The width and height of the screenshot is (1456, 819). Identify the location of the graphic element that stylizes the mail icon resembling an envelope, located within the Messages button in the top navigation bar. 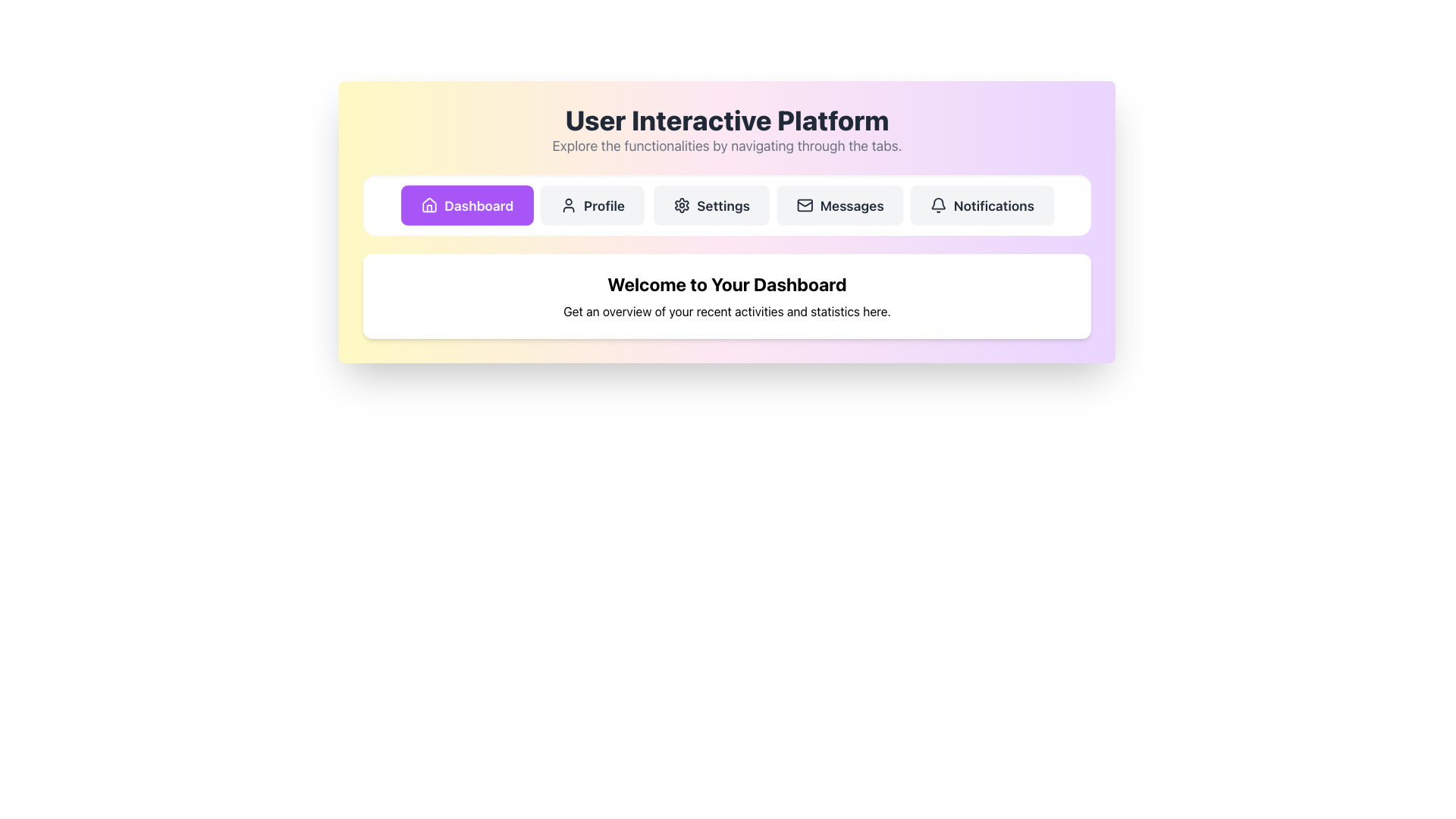
(804, 205).